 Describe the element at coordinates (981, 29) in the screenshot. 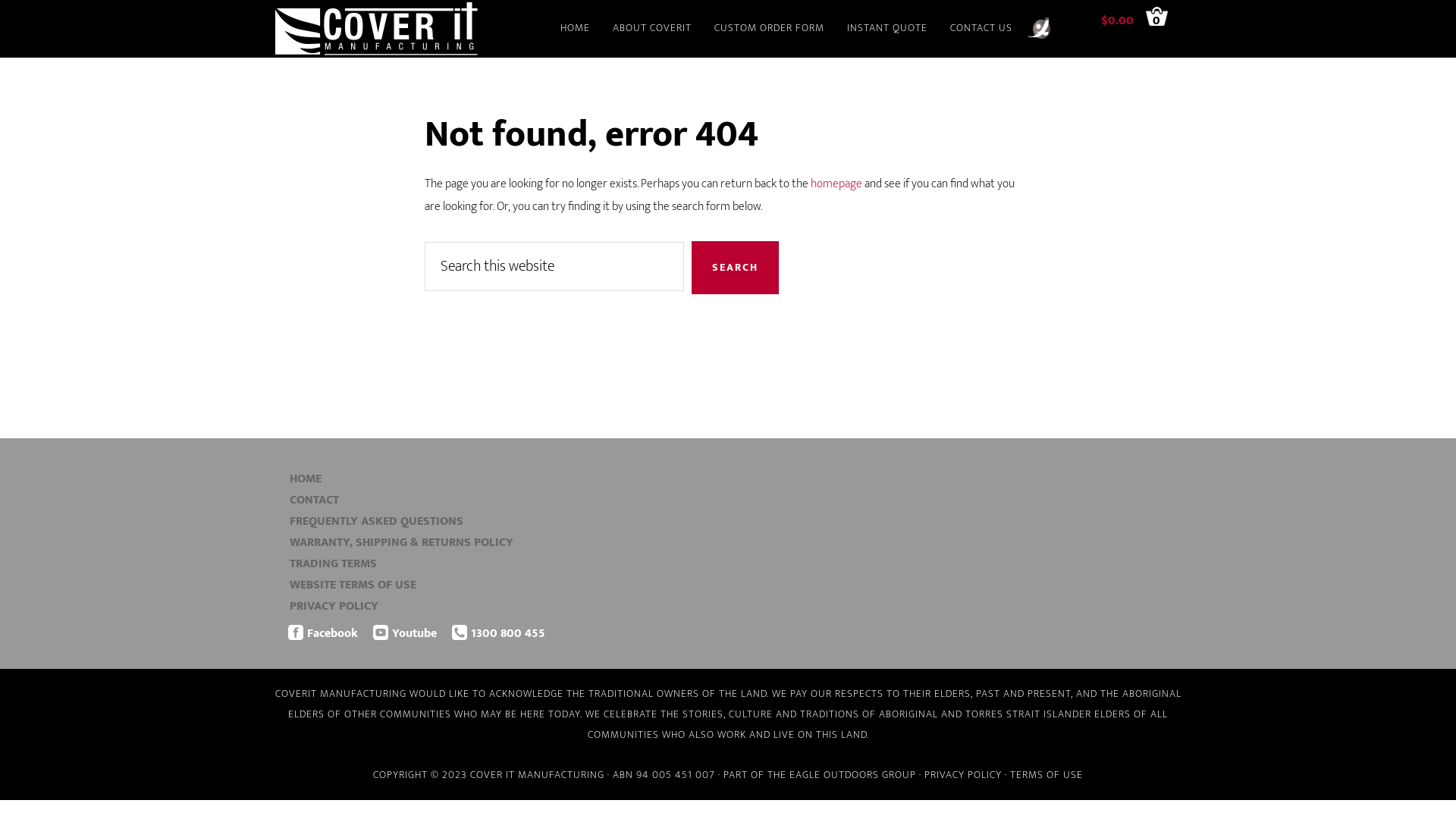

I see `'CONTACT US'` at that location.